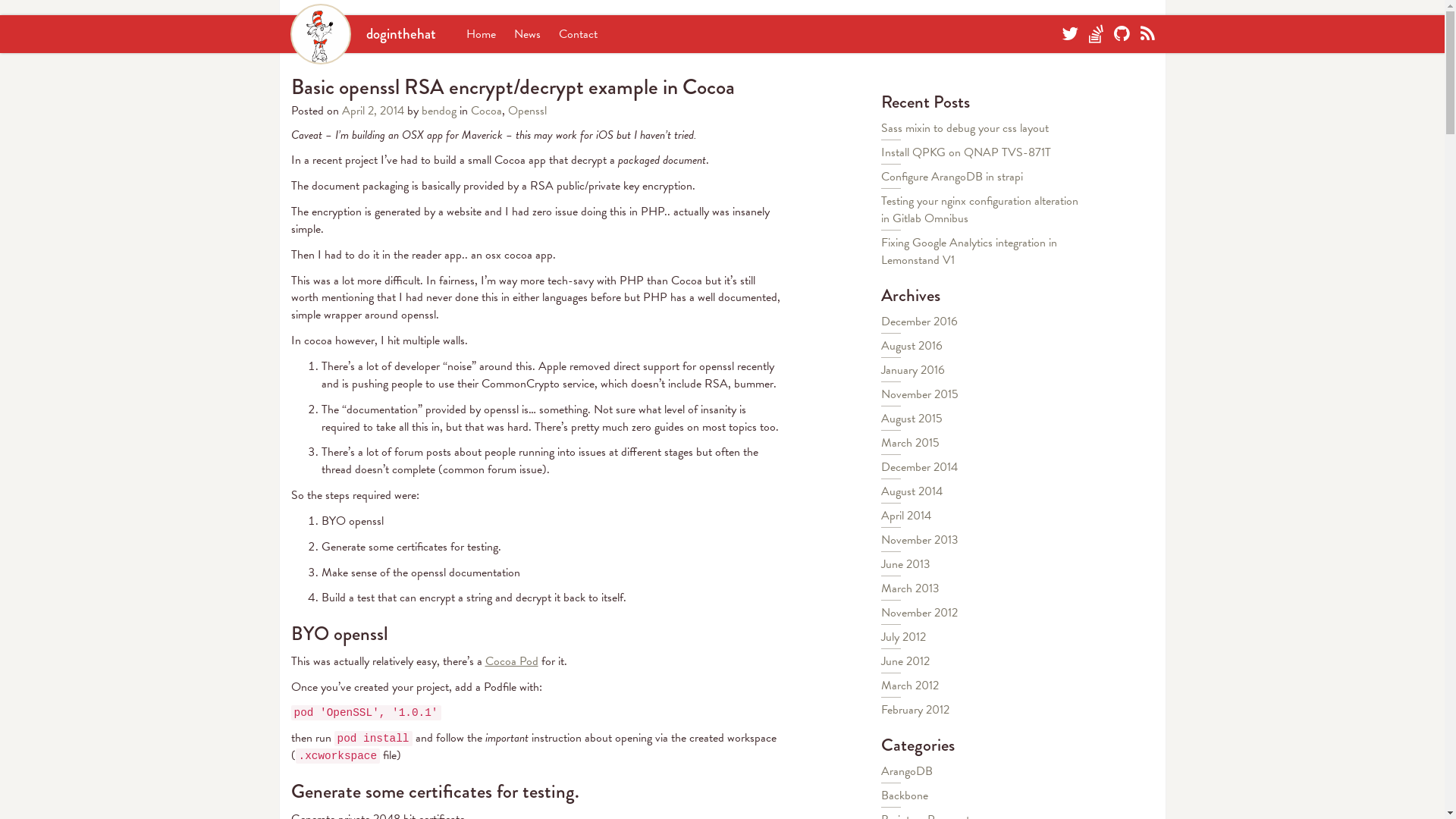 The height and width of the screenshot is (819, 1456). I want to click on 'June 2012', so click(905, 660).